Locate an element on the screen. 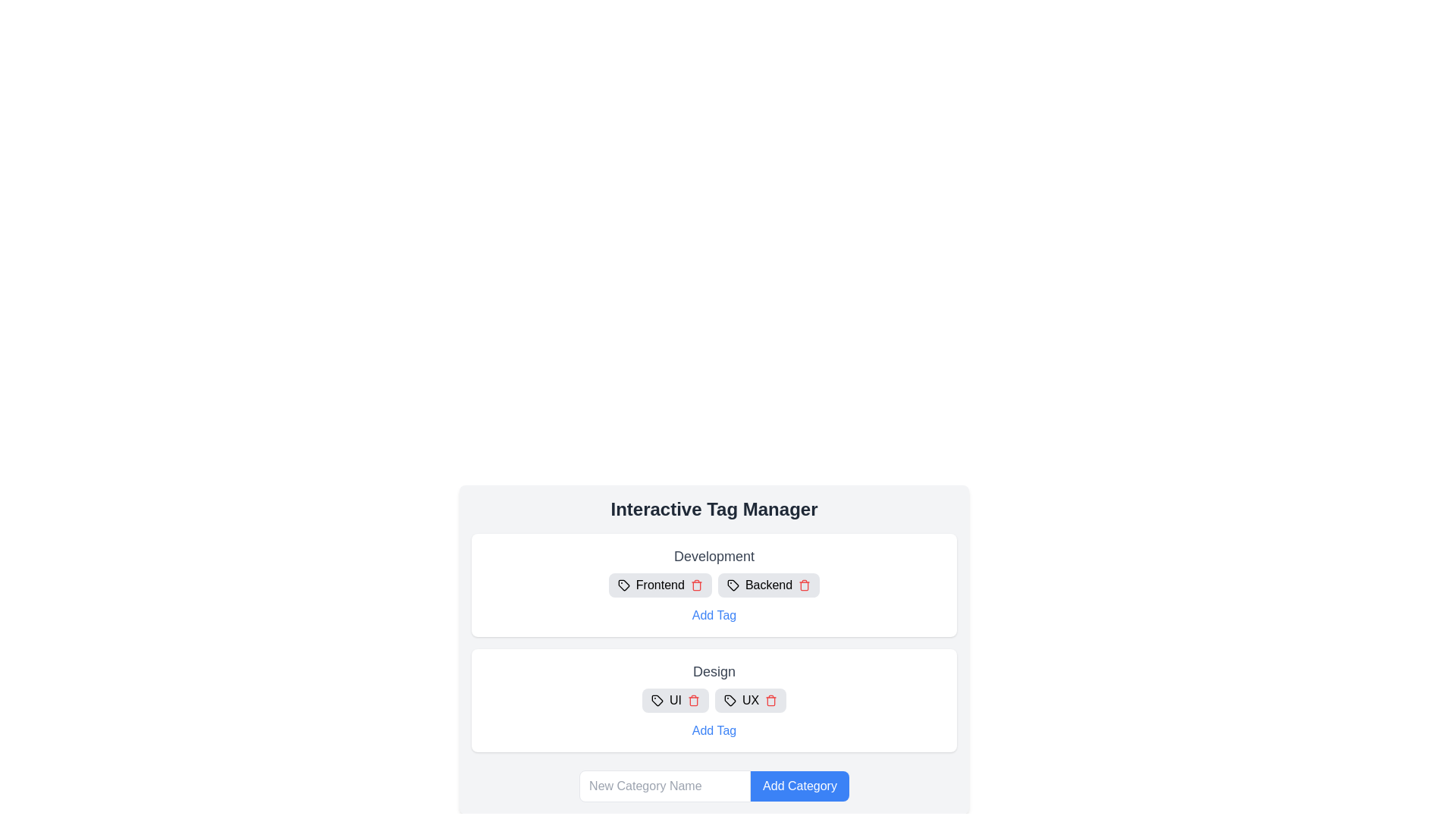  the 'UI' badge located under the Design category is located at coordinates (674, 701).